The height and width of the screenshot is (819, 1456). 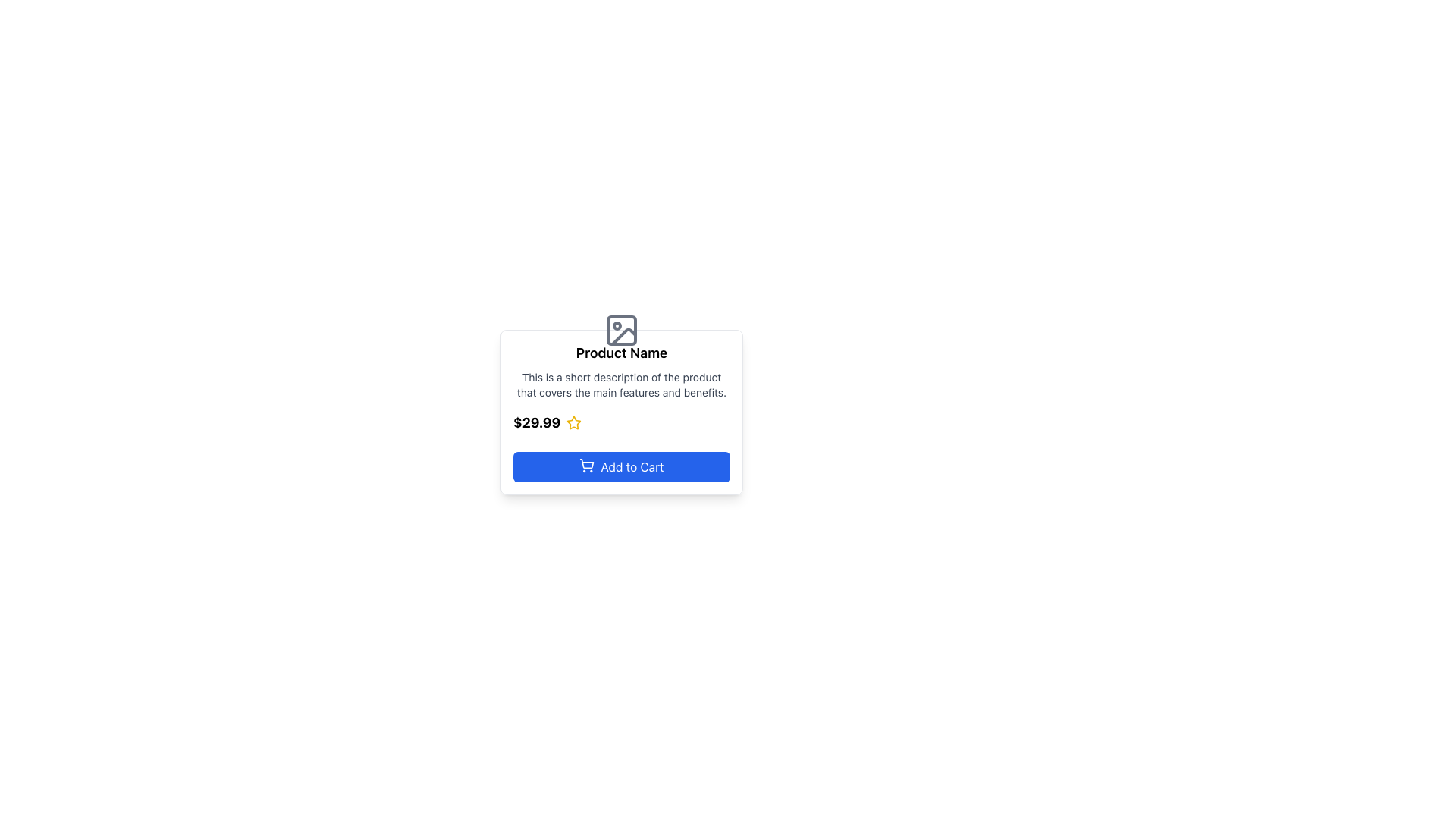 What do you see at coordinates (573, 422) in the screenshot?
I see `the yellow star icon with white fill, which is part of the user rating component located next to the price label in the product card interface` at bounding box center [573, 422].